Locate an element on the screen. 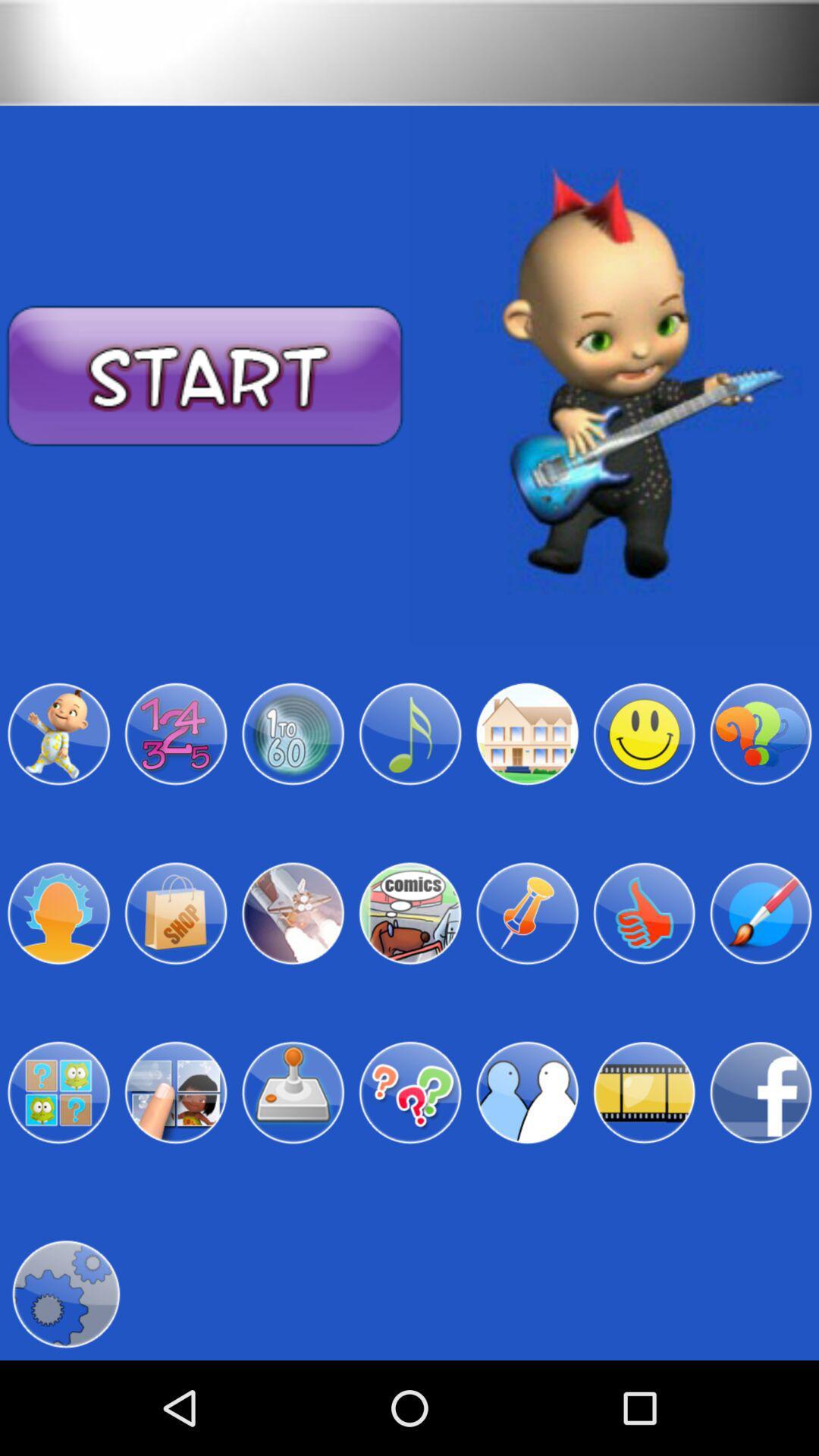 The image size is (819, 1456). character design is located at coordinates (58, 734).